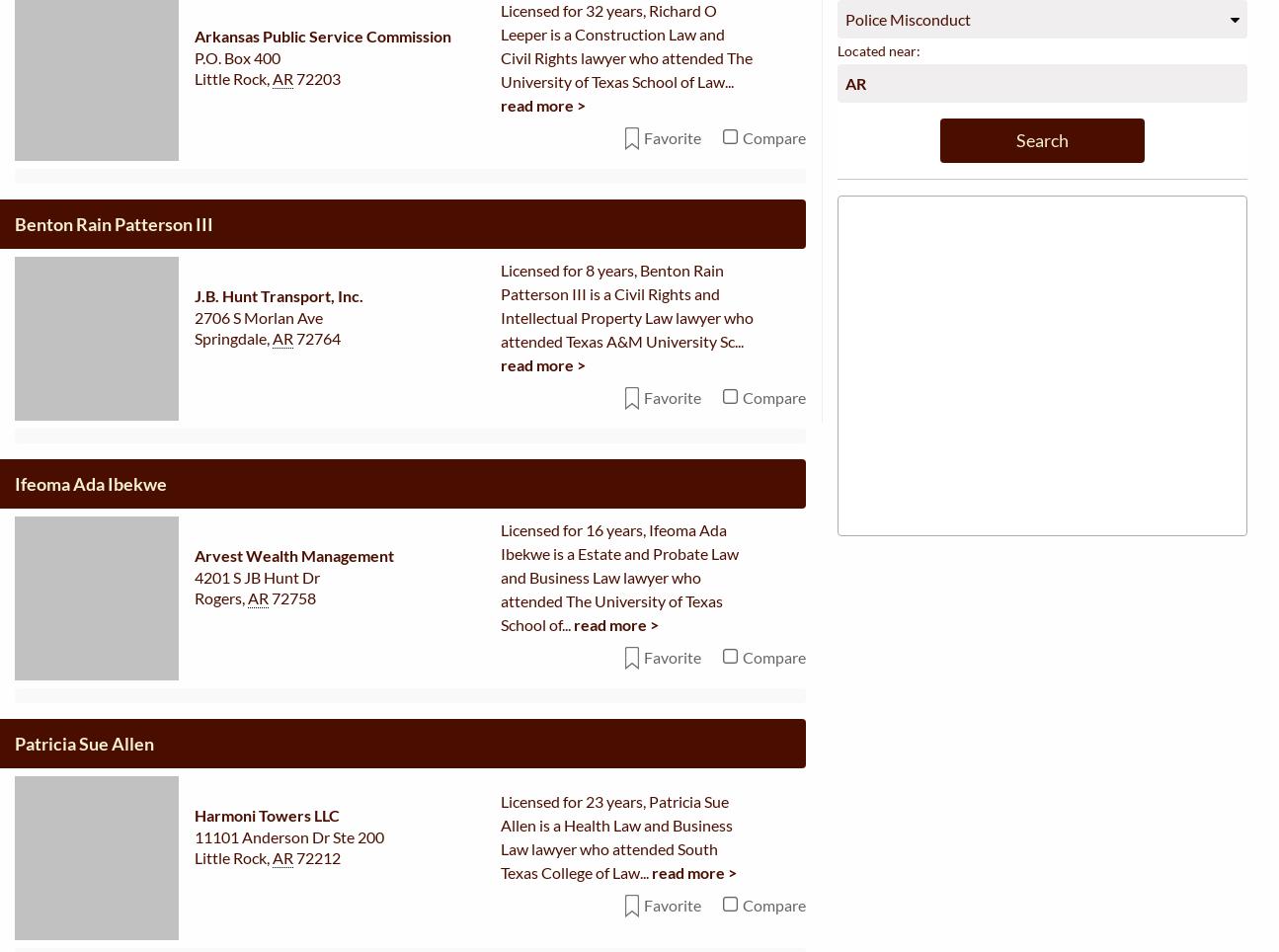  I want to click on 'Guidelines for creating a new profile', so click(366, 769).